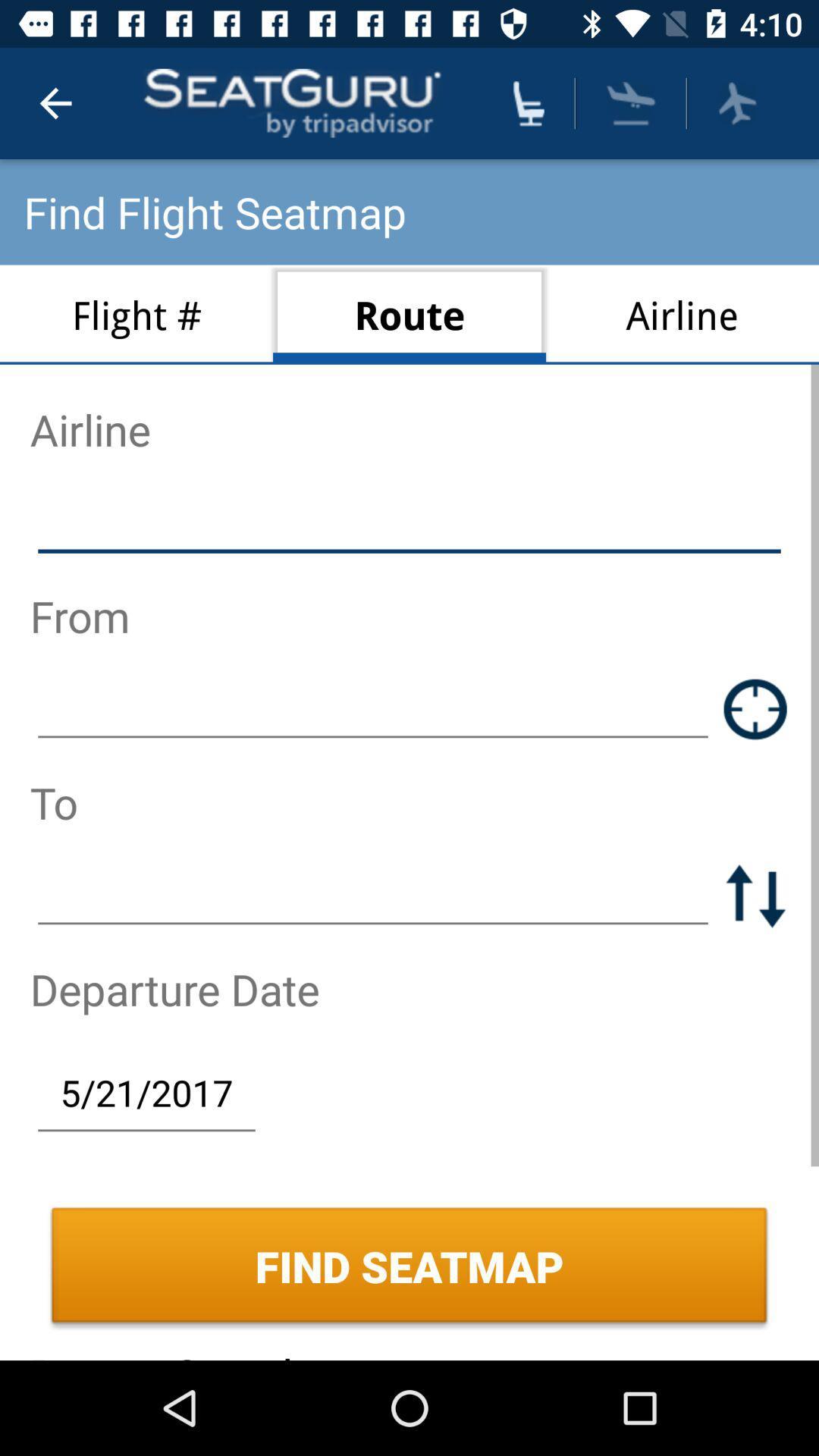 The width and height of the screenshot is (819, 1456). I want to click on enters destination city, so click(373, 896).